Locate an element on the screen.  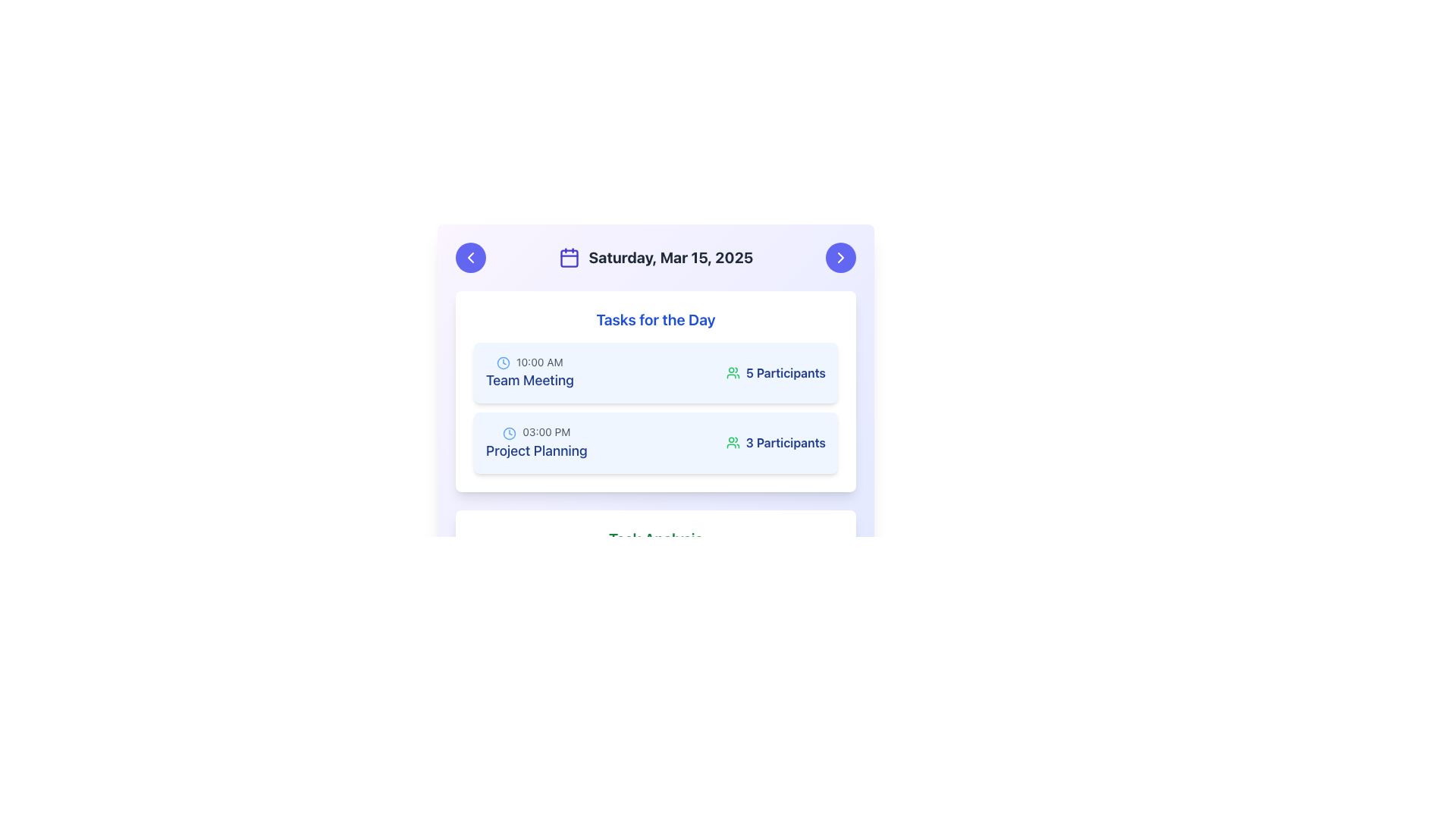
the label displaying '03:00 PM' which is styled in a small gray font and located at the top-left of the 'Project Planning' card, next to a blue clock icon is located at coordinates (536, 432).